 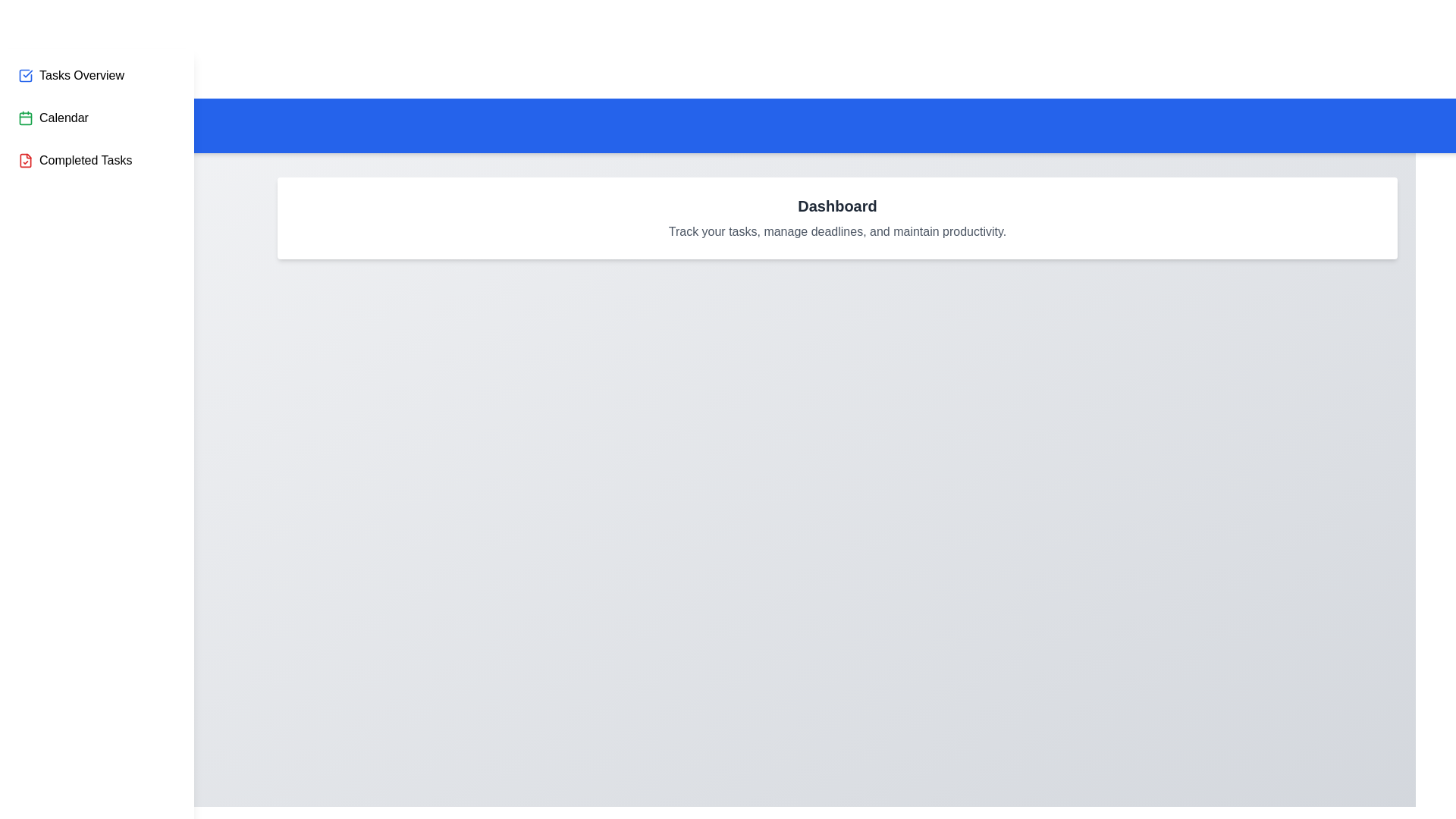 I want to click on the green 'Calendar' button with a calendar icon, which is positioned between the 'Tasks Overview' and 'Completed Tasks' buttons to trigger its hover effect, so click(x=53, y=117).